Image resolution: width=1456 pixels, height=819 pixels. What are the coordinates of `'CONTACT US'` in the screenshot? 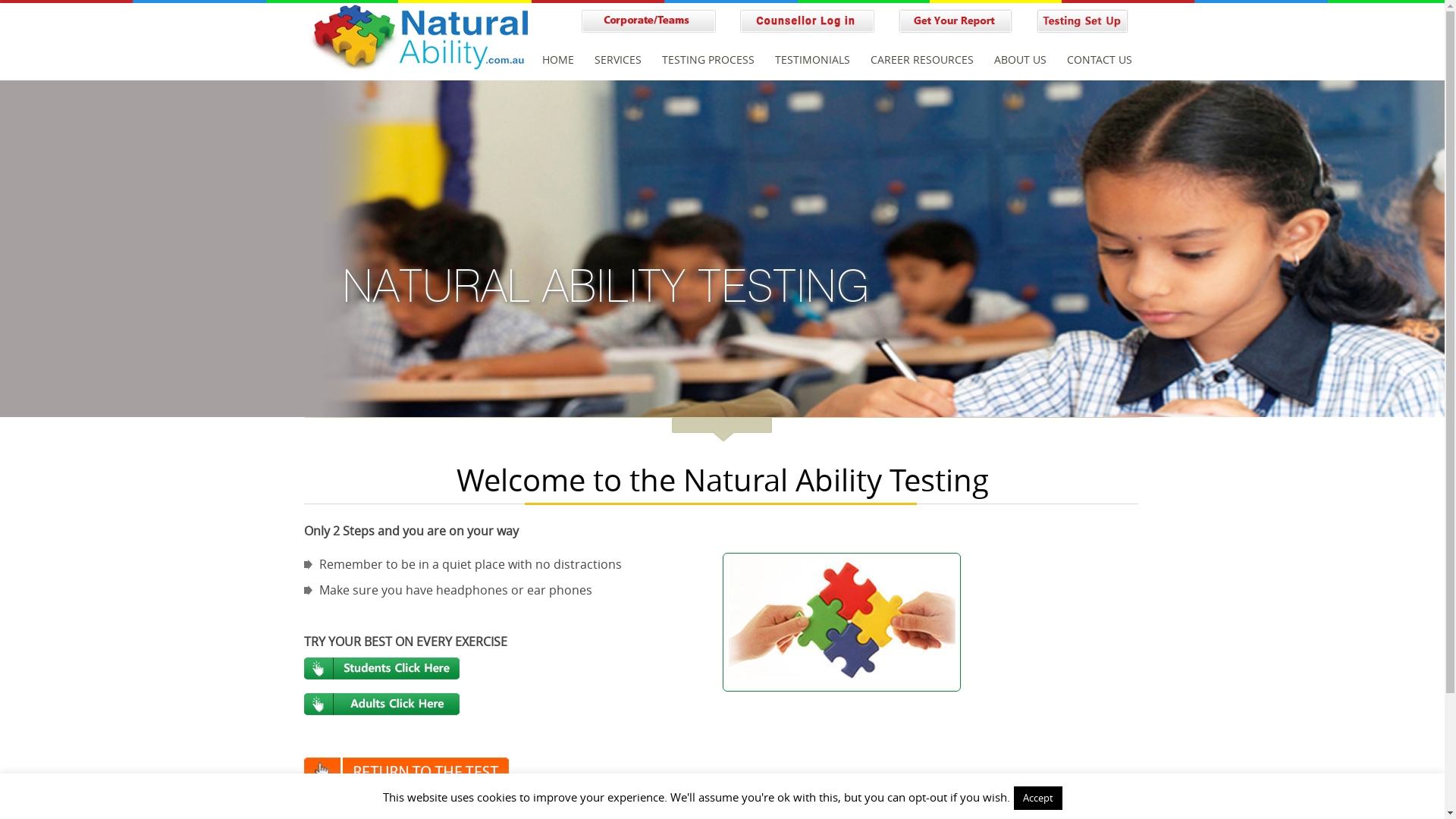 It's located at (1099, 58).